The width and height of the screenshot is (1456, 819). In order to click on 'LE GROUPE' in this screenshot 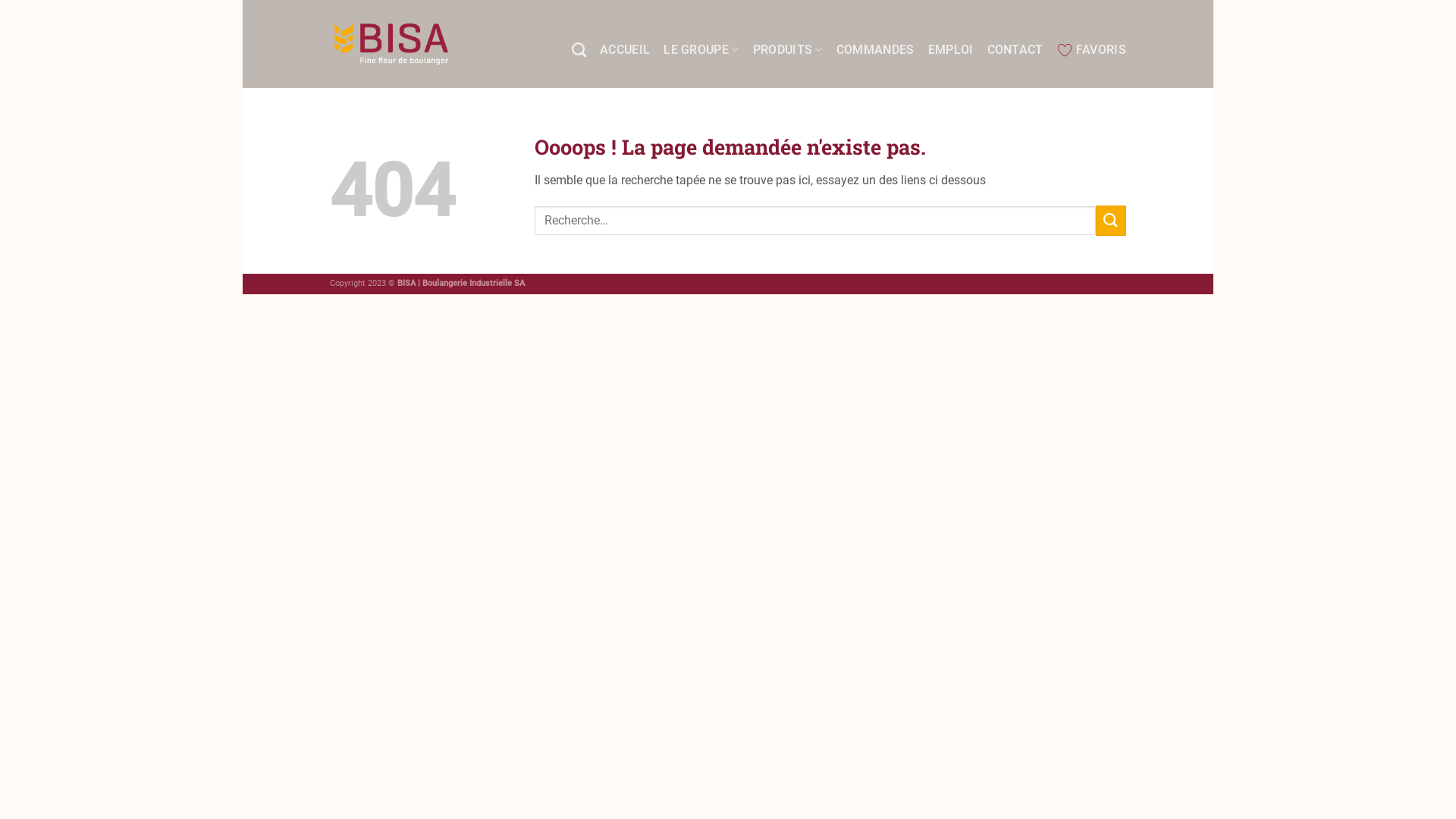, I will do `click(700, 49)`.